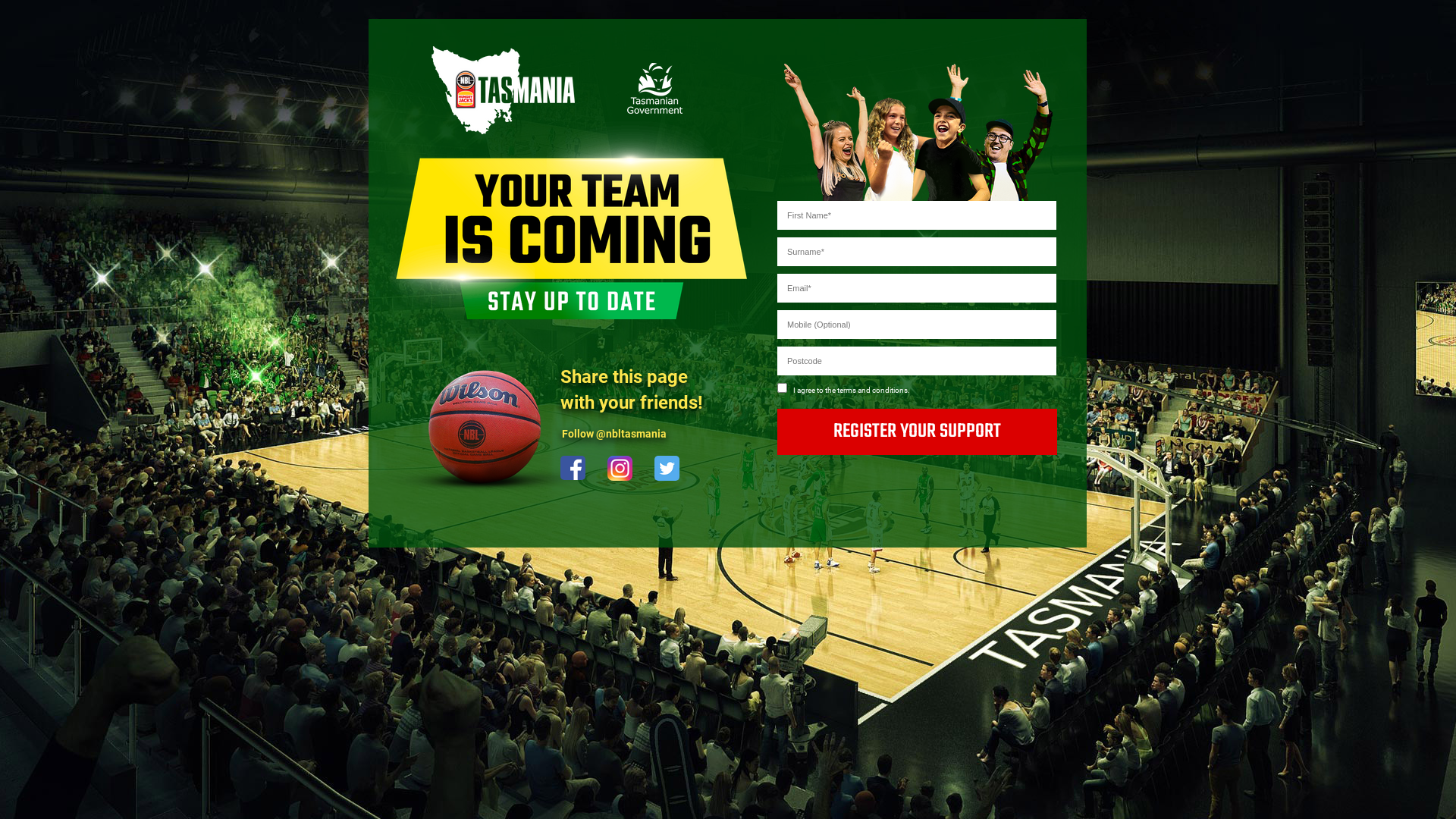  Describe the element at coordinates (874, 388) in the screenshot. I see `'terms and conditions.'` at that location.